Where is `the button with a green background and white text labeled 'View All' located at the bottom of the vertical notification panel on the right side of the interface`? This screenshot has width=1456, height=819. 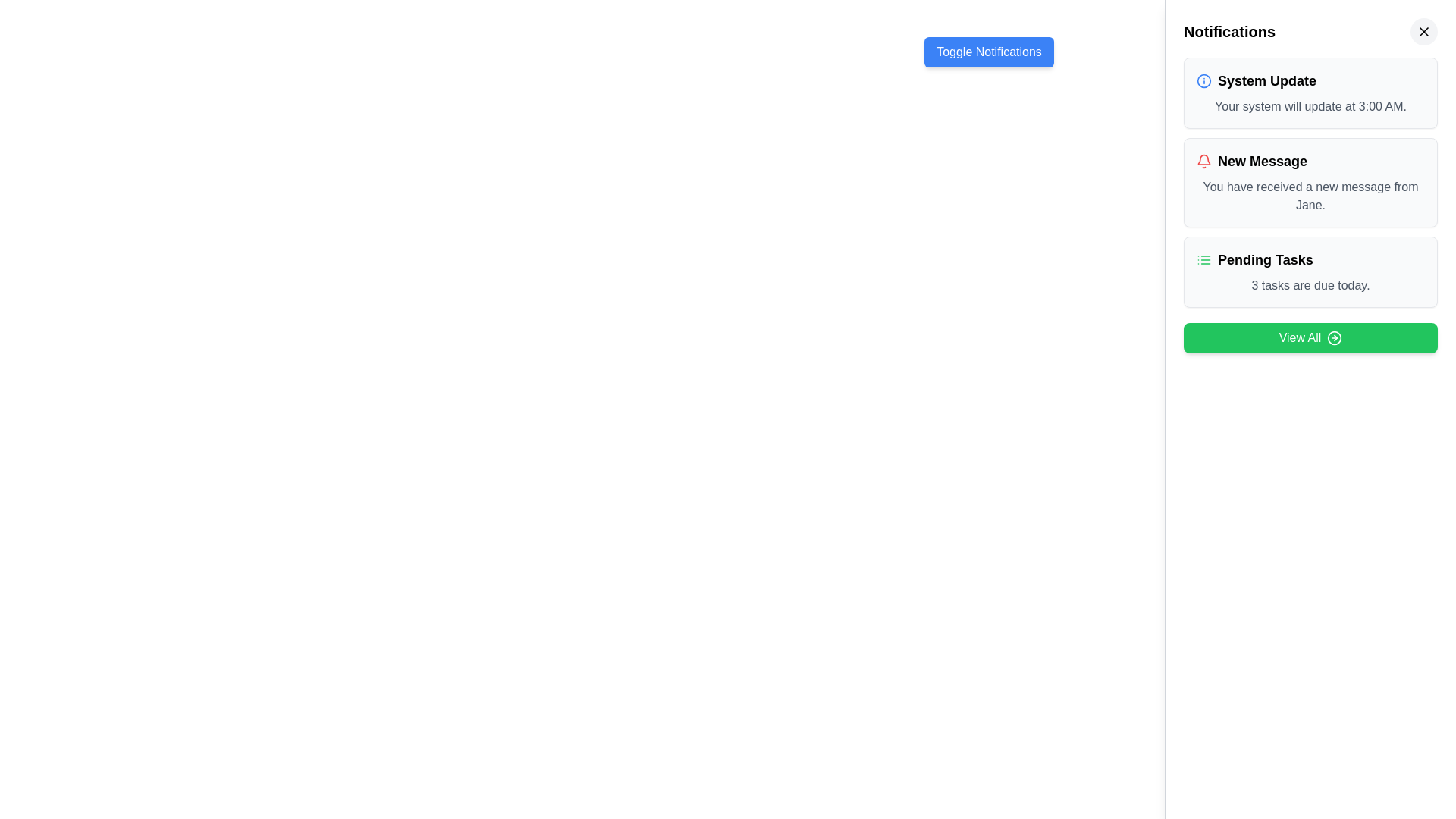
the button with a green background and white text labeled 'View All' located at the bottom of the vertical notification panel on the right side of the interface is located at coordinates (1335, 337).